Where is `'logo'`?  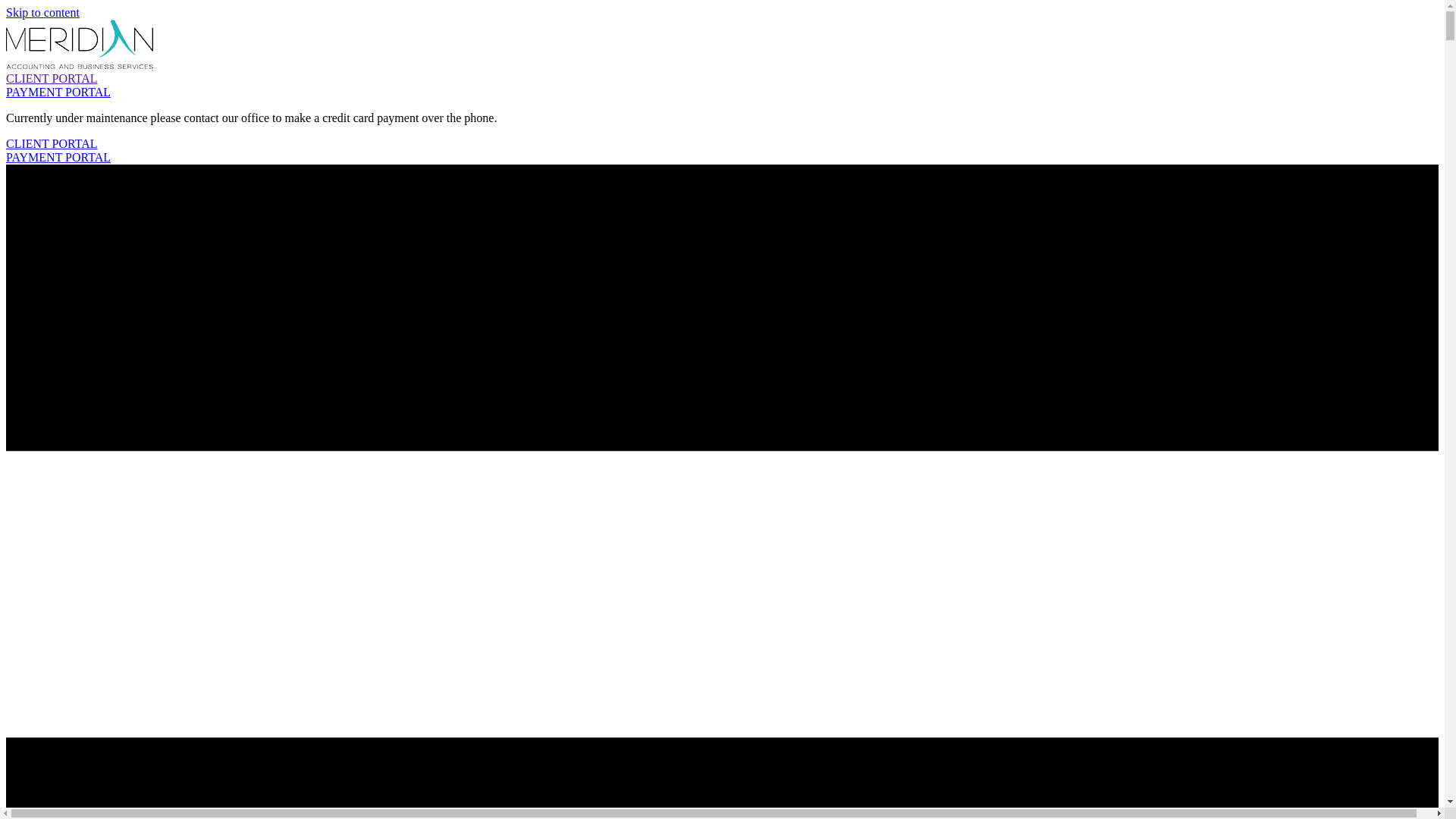
'logo' is located at coordinates (79, 43).